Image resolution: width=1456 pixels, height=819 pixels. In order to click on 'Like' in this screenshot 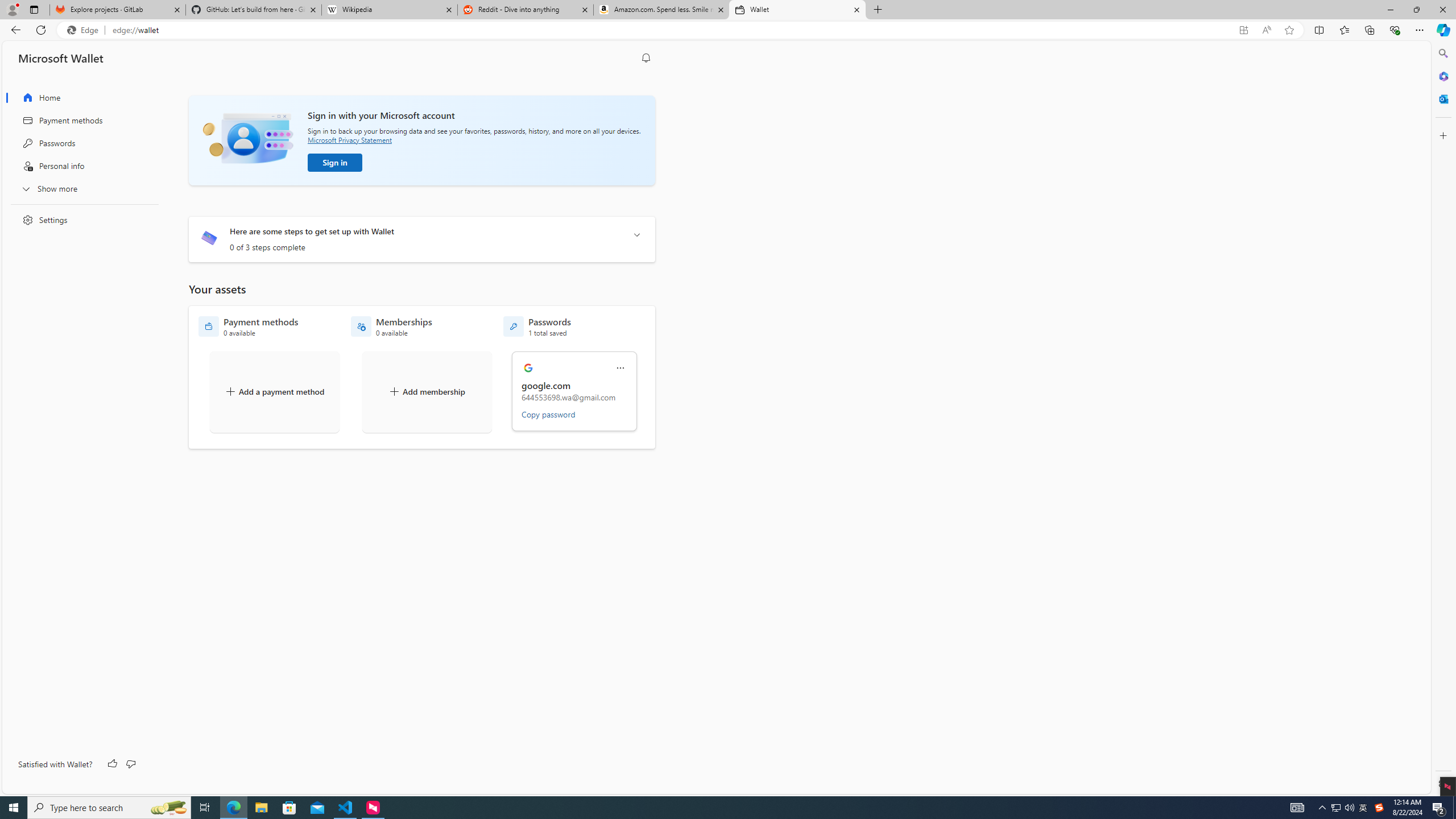, I will do `click(112, 764)`.